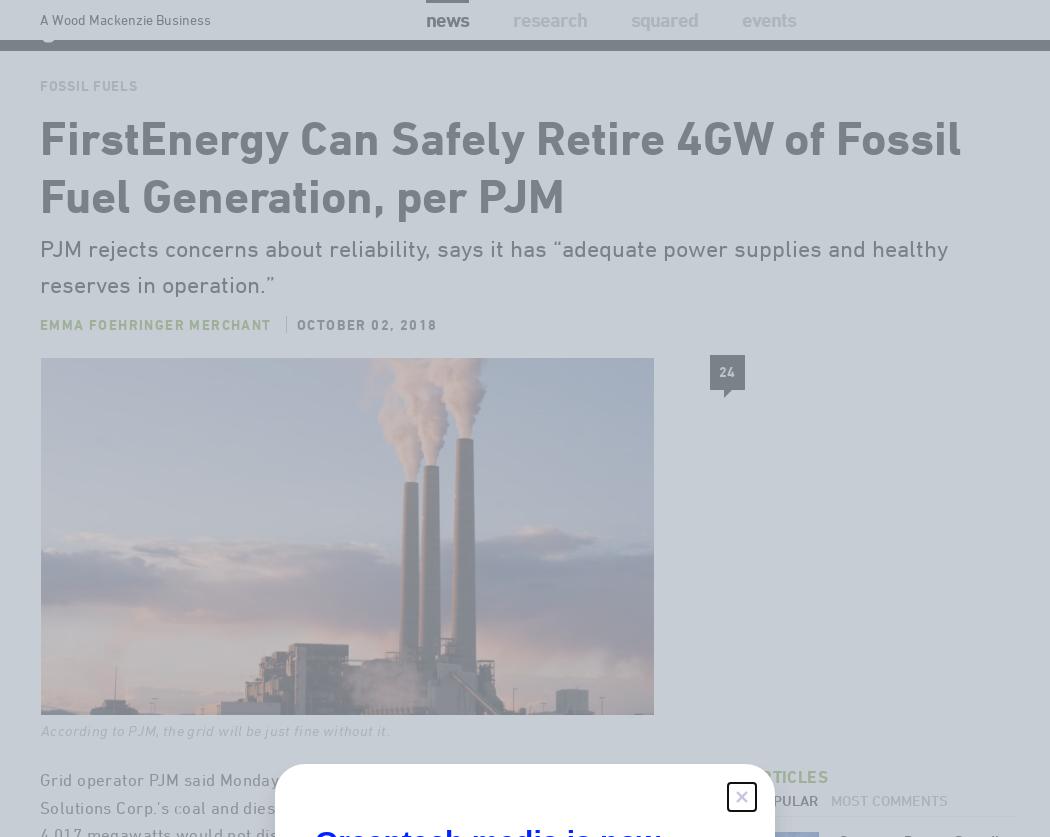 This screenshot has height=837, width=1050. I want to click on 'Squared', so click(662, 19).